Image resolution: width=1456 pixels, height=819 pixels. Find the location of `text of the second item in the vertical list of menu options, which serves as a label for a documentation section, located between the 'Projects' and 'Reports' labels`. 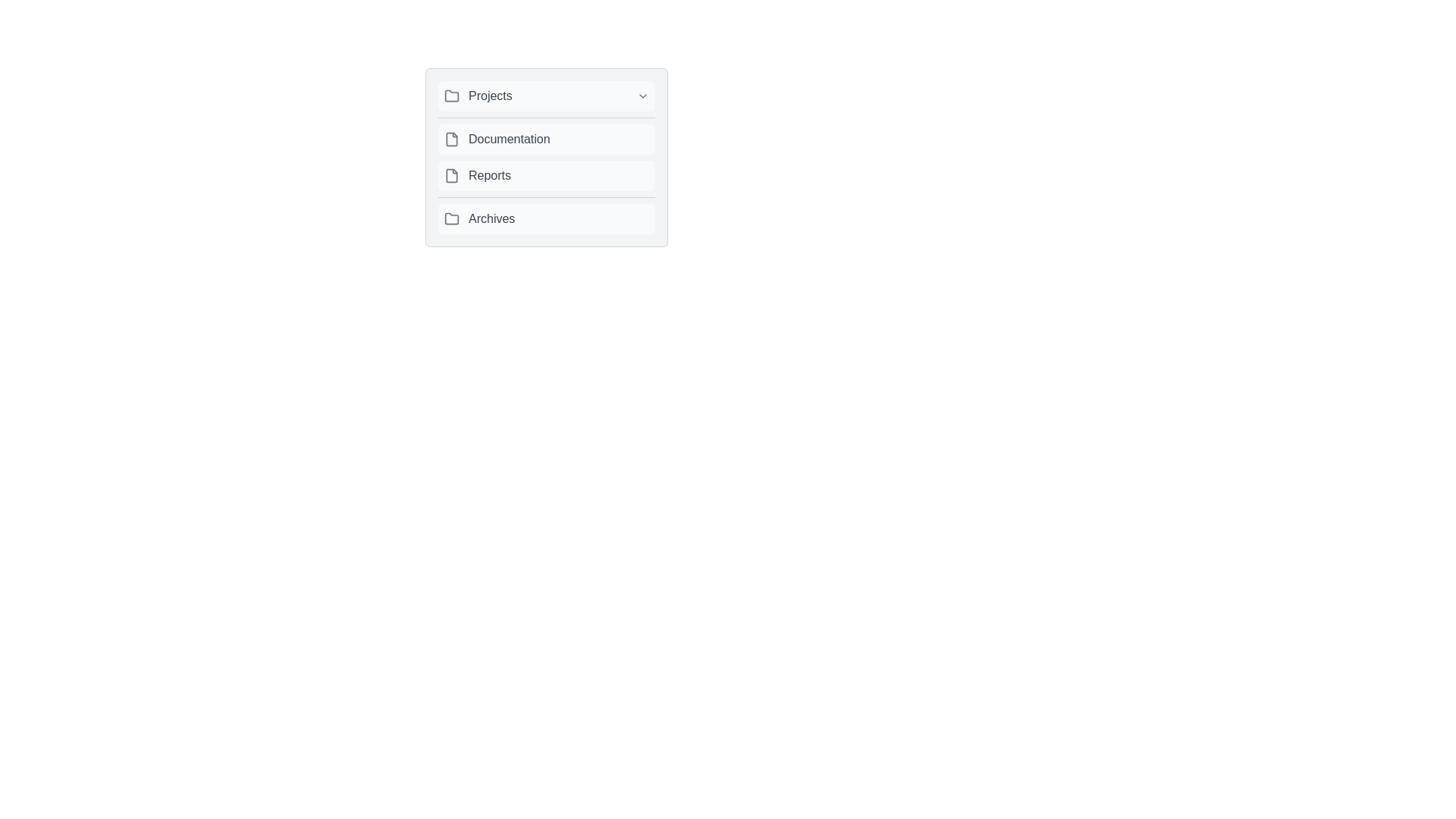

text of the second item in the vertical list of menu options, which serves as a label for a documentation section, located between the 'Projects' and 'Reports' labels is located at coordinates (509, 140).